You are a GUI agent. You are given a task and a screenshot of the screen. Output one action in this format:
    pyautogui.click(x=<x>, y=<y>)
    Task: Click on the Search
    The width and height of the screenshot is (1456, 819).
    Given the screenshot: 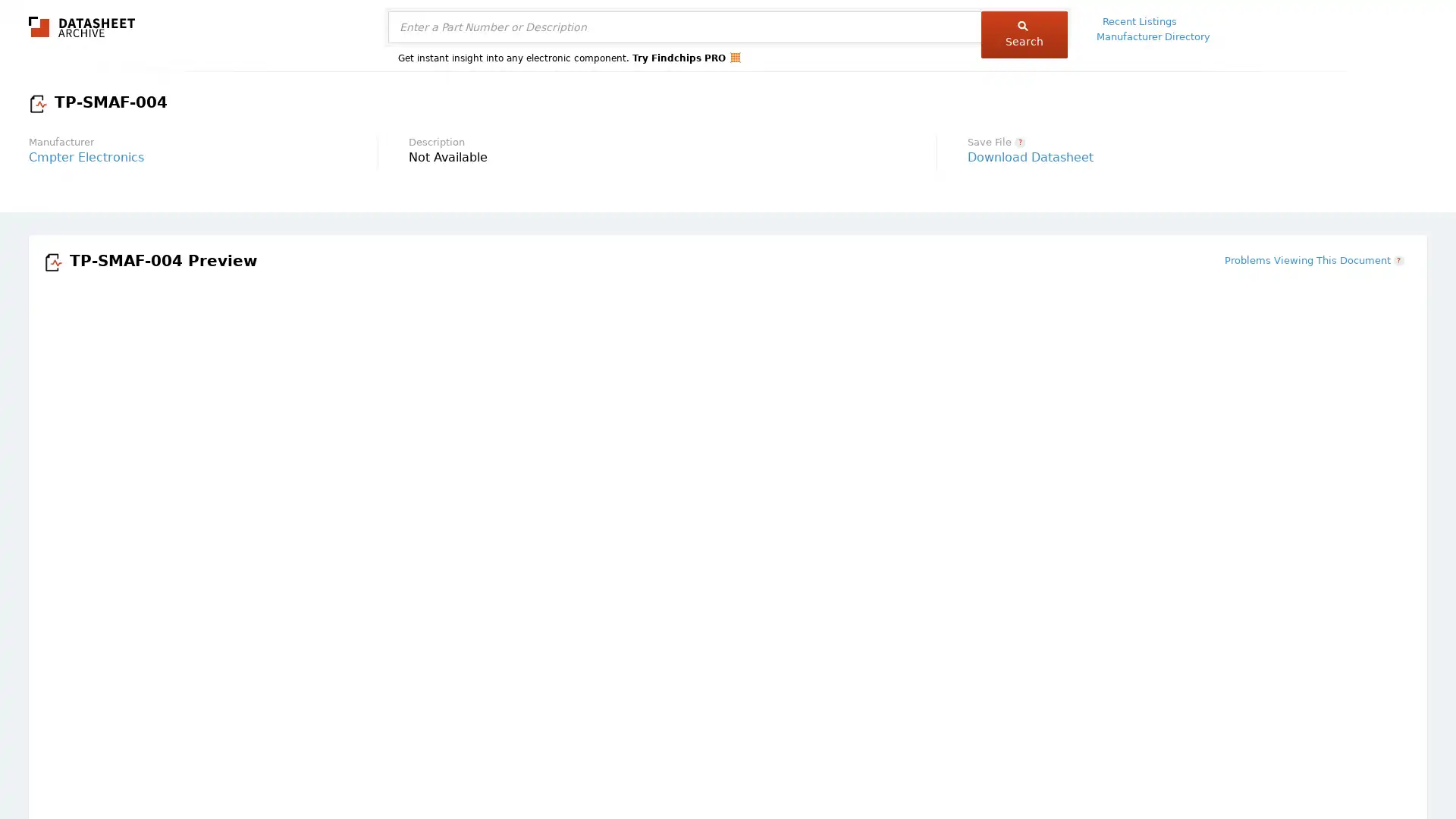 What is the action you would take?
    pyautogui.click(x=1023, y=34)
    